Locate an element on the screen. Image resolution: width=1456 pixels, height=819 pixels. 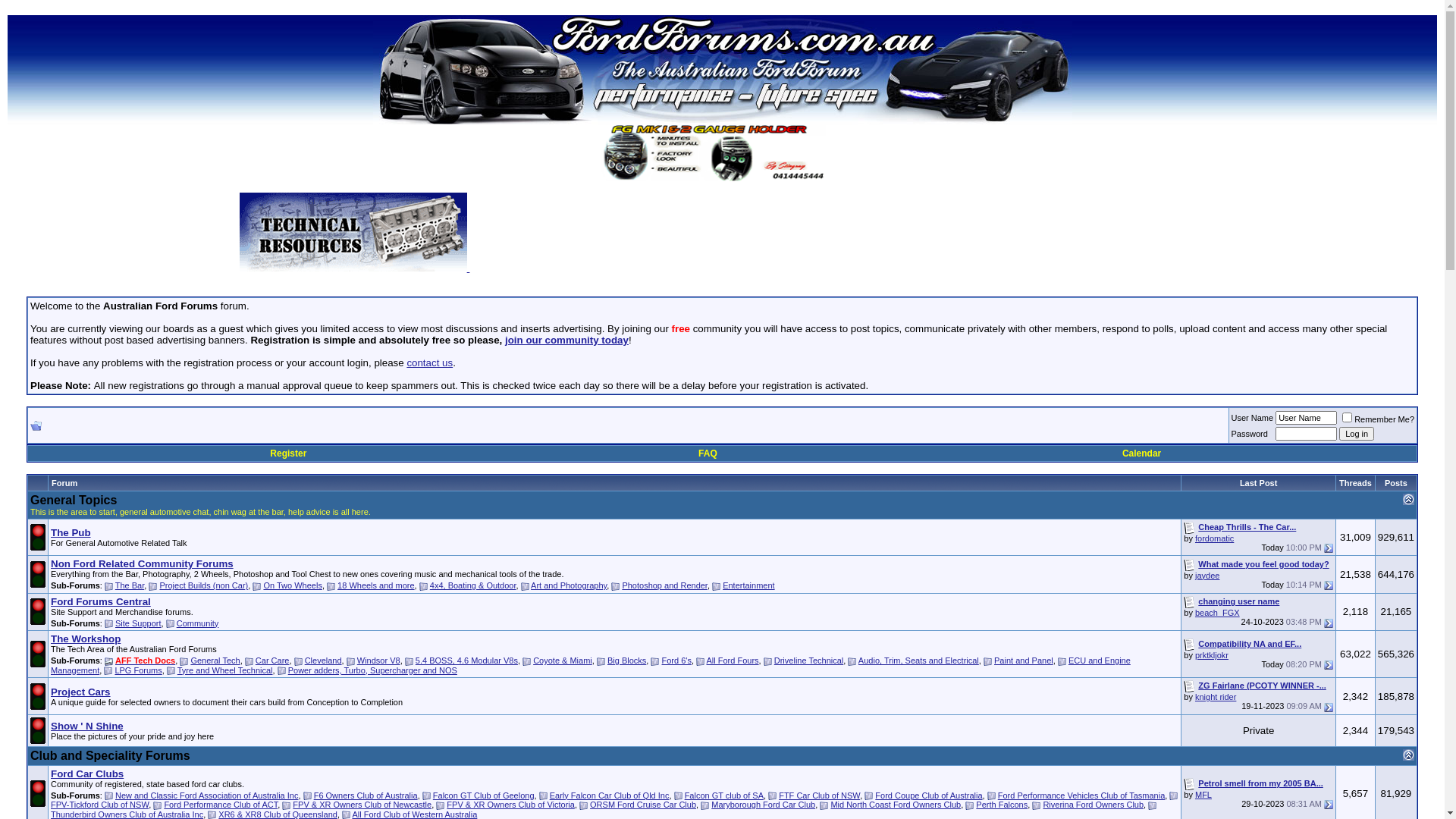
'Calendar' is located at coordinates (1141, 452).